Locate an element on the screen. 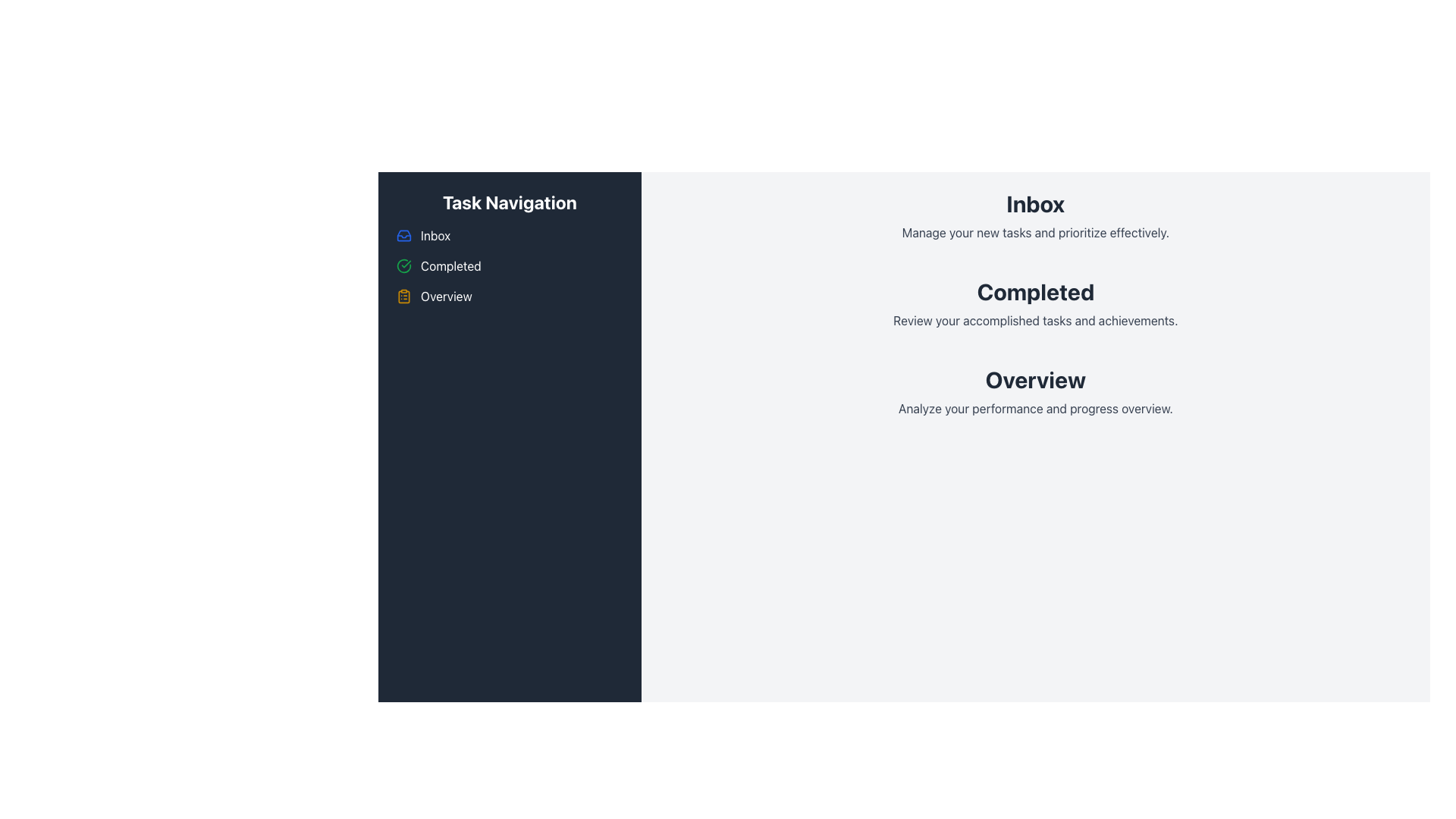 Image resolution: width=1456 pixels, height=819 pixels. SVG code of the circular checkmark icon located inside the 'Completed' navigation item in the 'Task Navigation' sidebar is located at coordinates (403, 265).